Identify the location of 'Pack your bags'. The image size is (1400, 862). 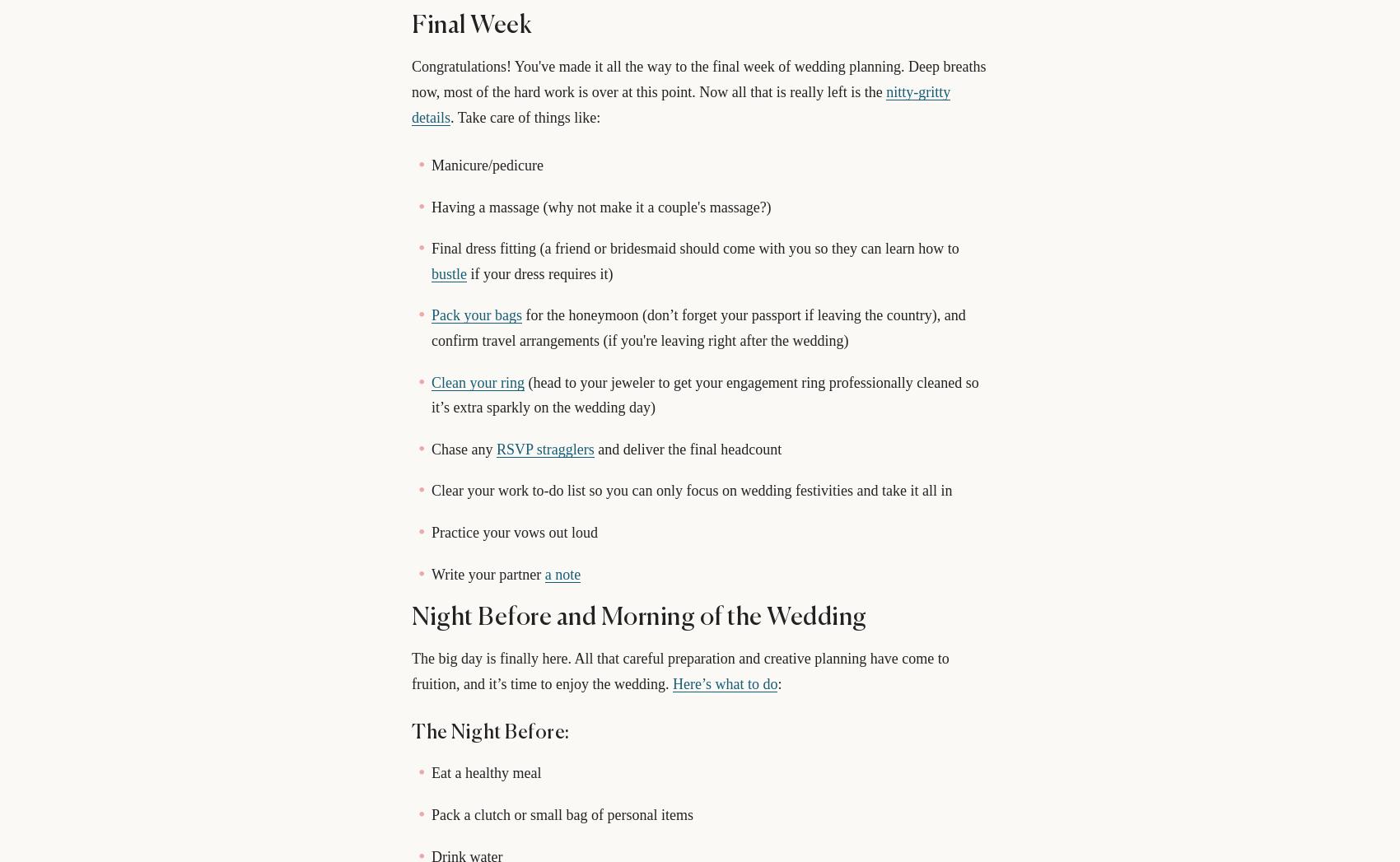
(475, 314).